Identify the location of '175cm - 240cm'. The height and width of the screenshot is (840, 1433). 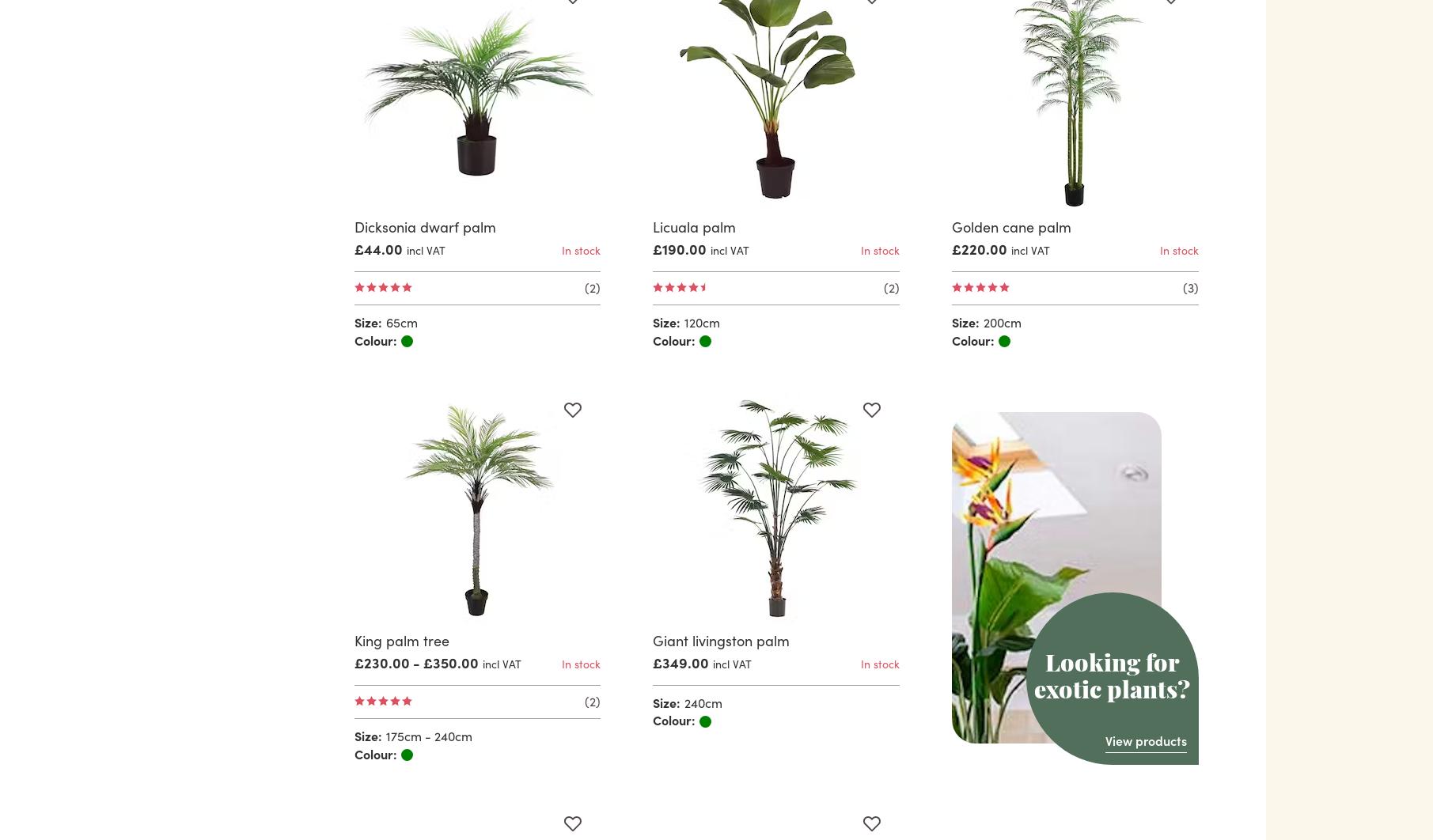
(385, 734).